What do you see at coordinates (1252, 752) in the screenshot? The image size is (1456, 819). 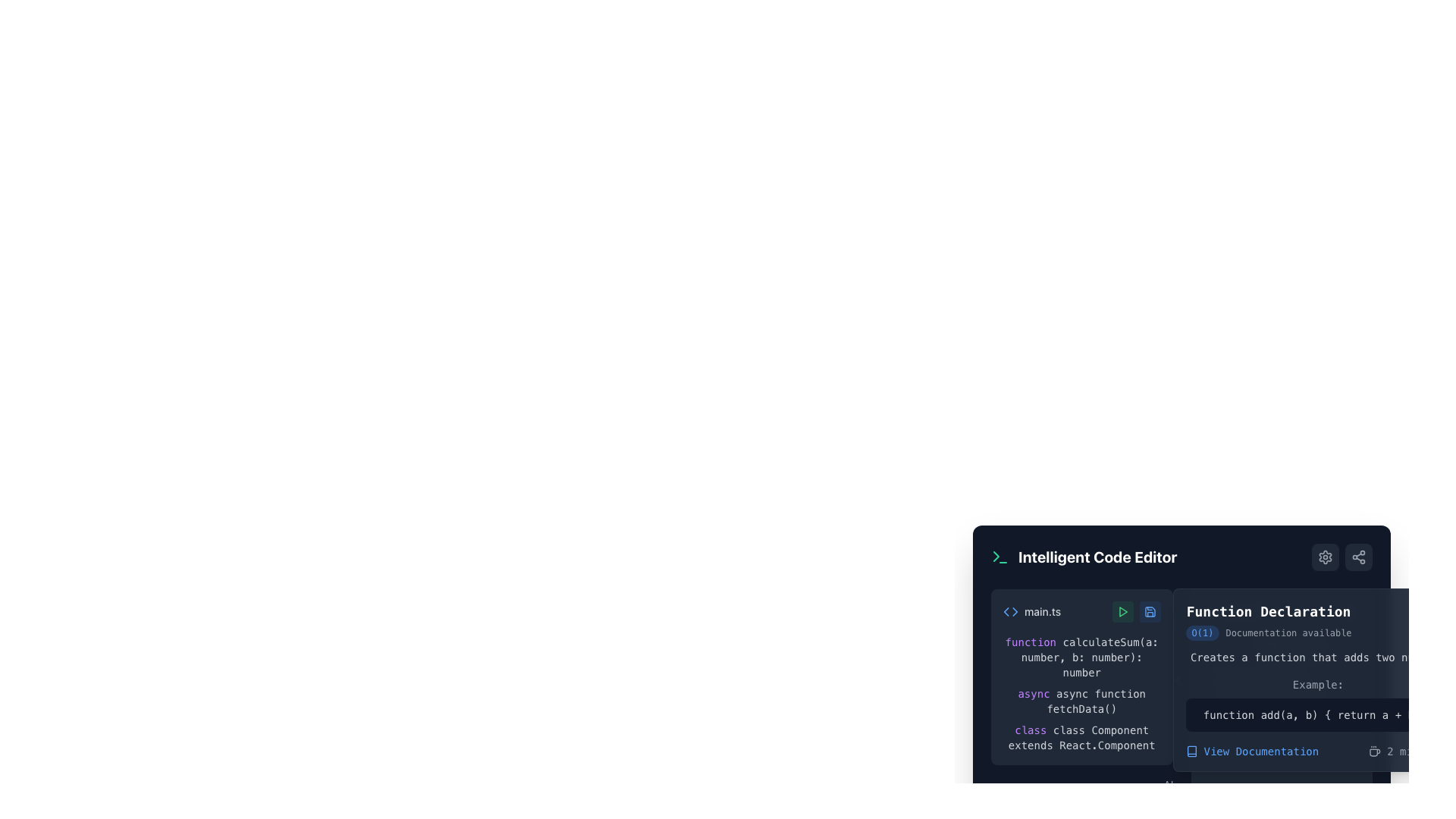 I see `the first hyperlink (anchor tag) with an icon that provides access to documentation` at bounding box center [1252, 752].